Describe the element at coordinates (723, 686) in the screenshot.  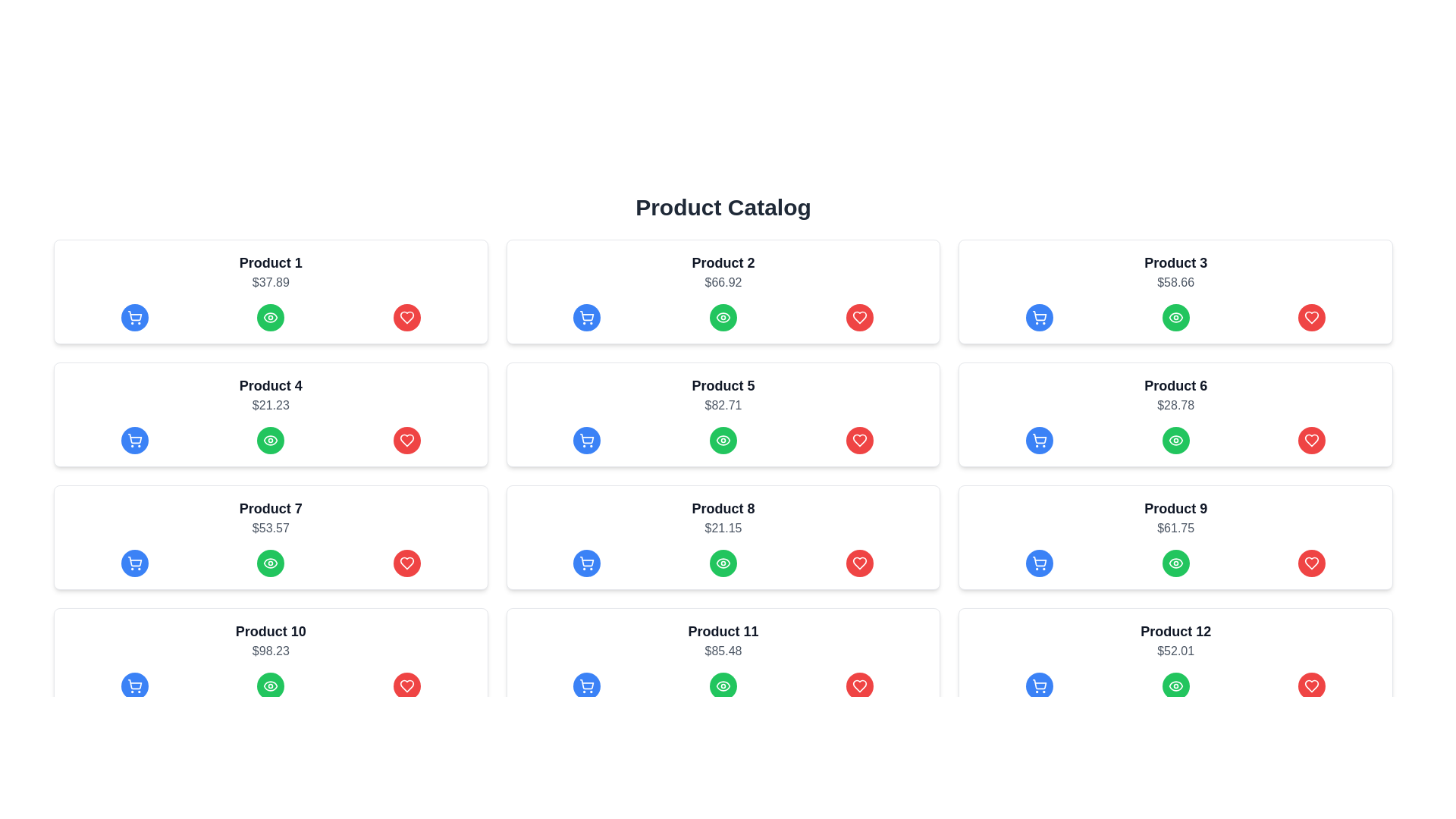
I see `the green circular eye icon with a white outline located in the product card for 'Product 11', positioned between the shopping cart and heart icons` at that location.